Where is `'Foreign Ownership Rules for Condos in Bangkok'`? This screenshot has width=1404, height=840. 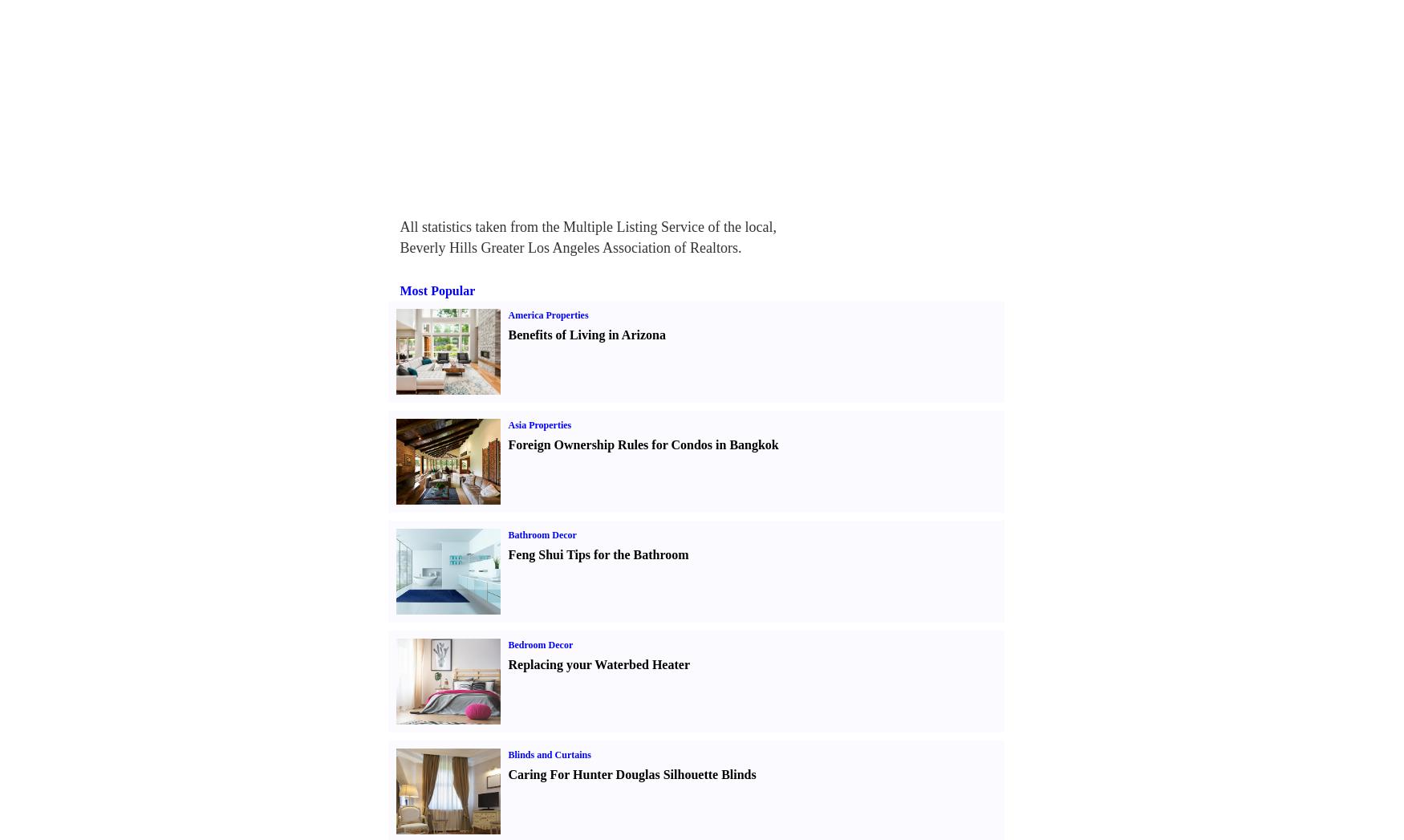 'Foreign Ownership Rules for Condos in Bangkok' is located at coordinates (642, 444).